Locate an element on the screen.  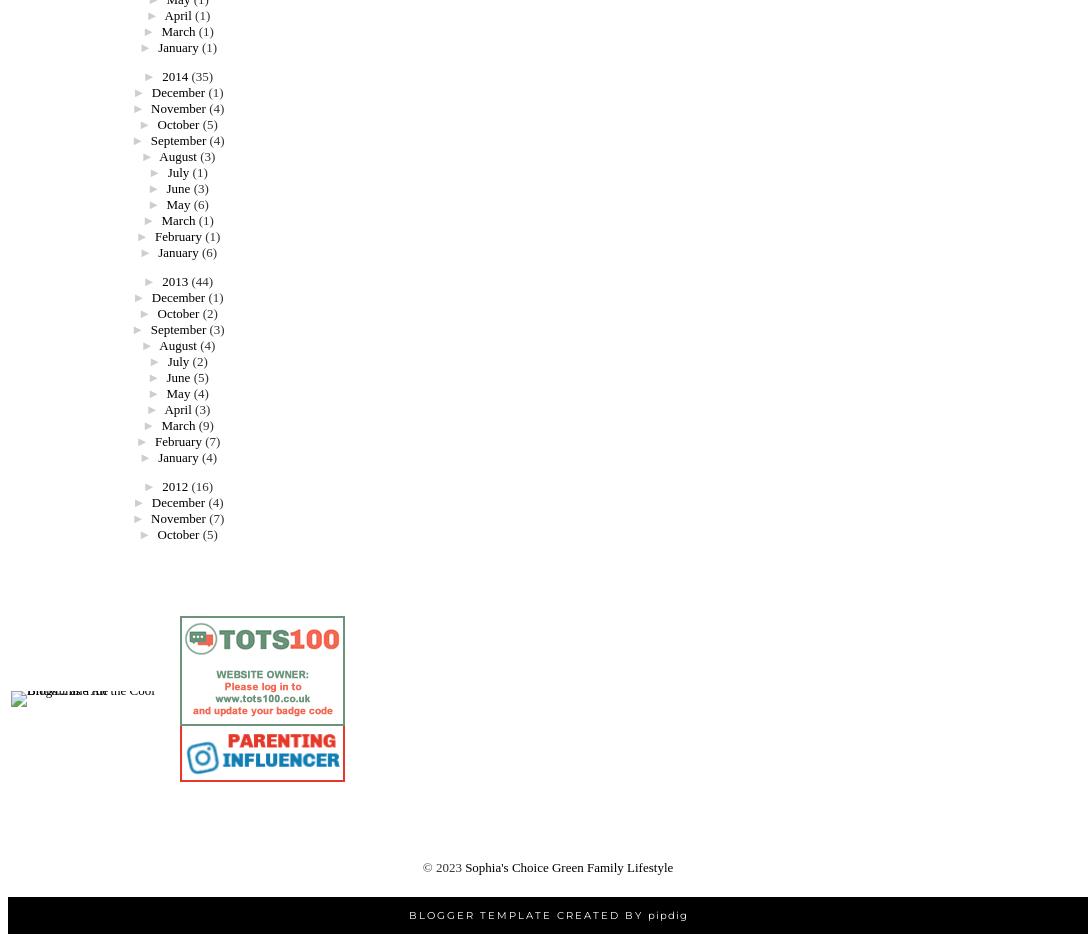
'(44)' is located at coordinates (190, 279).